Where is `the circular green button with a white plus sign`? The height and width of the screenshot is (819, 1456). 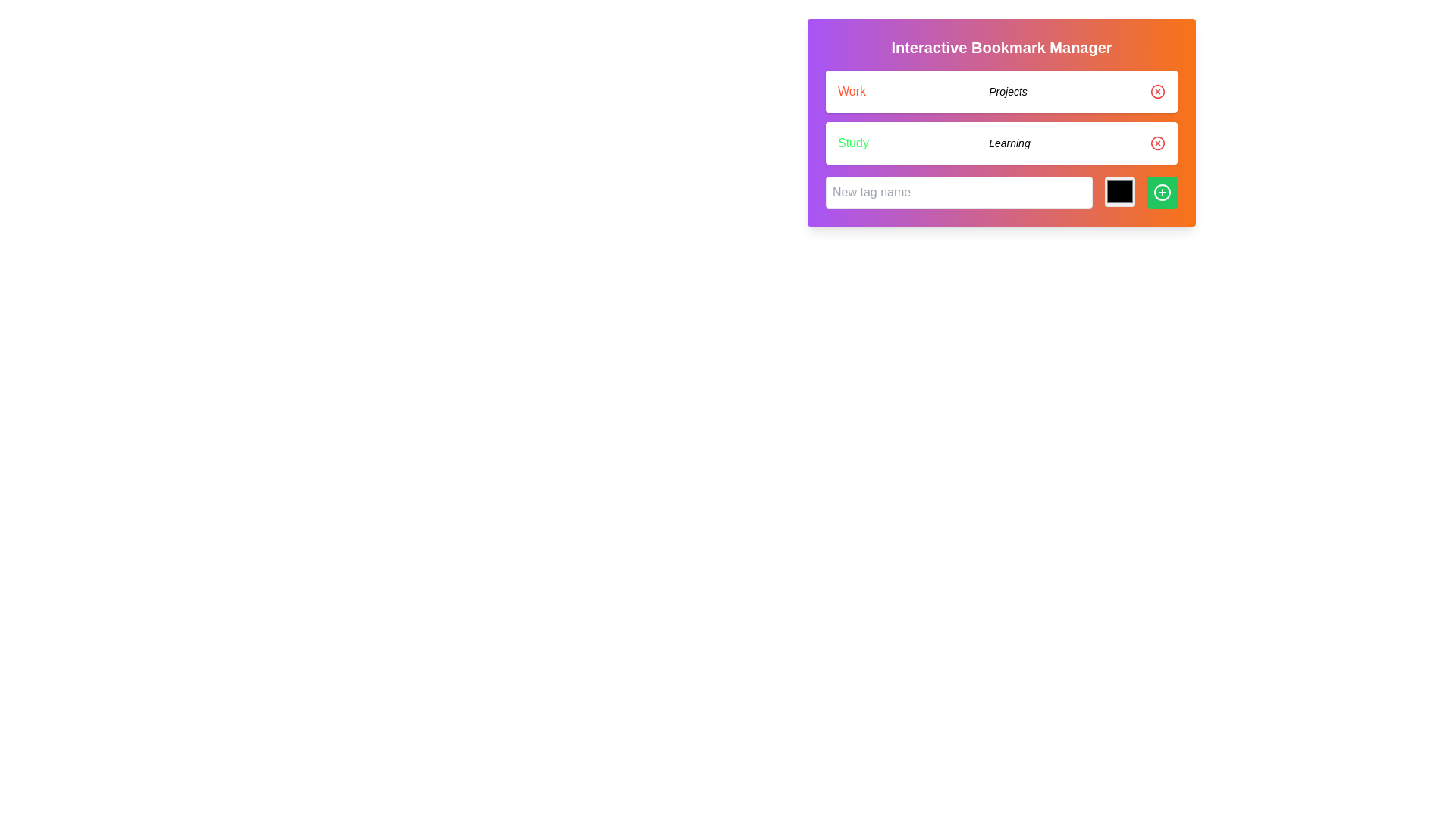
the circular green button with a white plus sign is located at coordinates (1161, 192).